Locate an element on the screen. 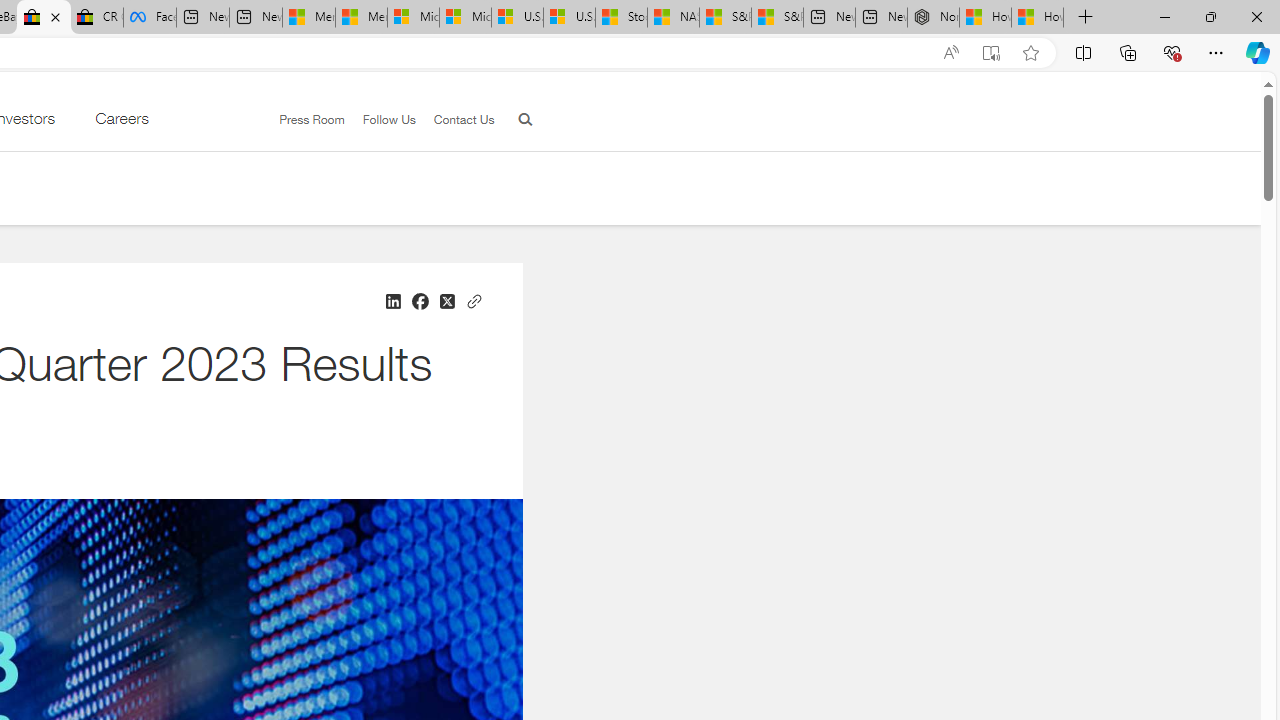 The image size is (1280, 720). 'eBay Inc. Reports Third Quarter 2023 Results' is located at coordinates (44, 17).